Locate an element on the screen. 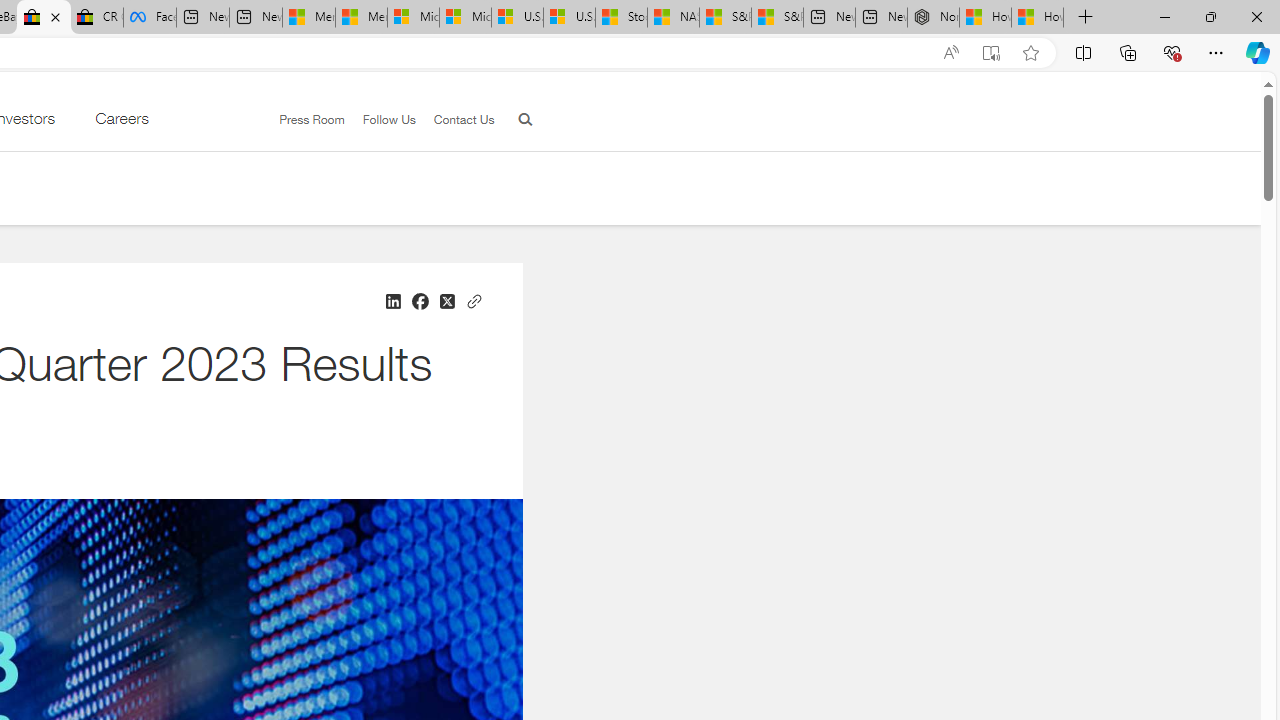 The image size is (1280, 720). 'eBay Inc. Reports Third Quarter 2023 Results' is located at coordinates (44, 17).